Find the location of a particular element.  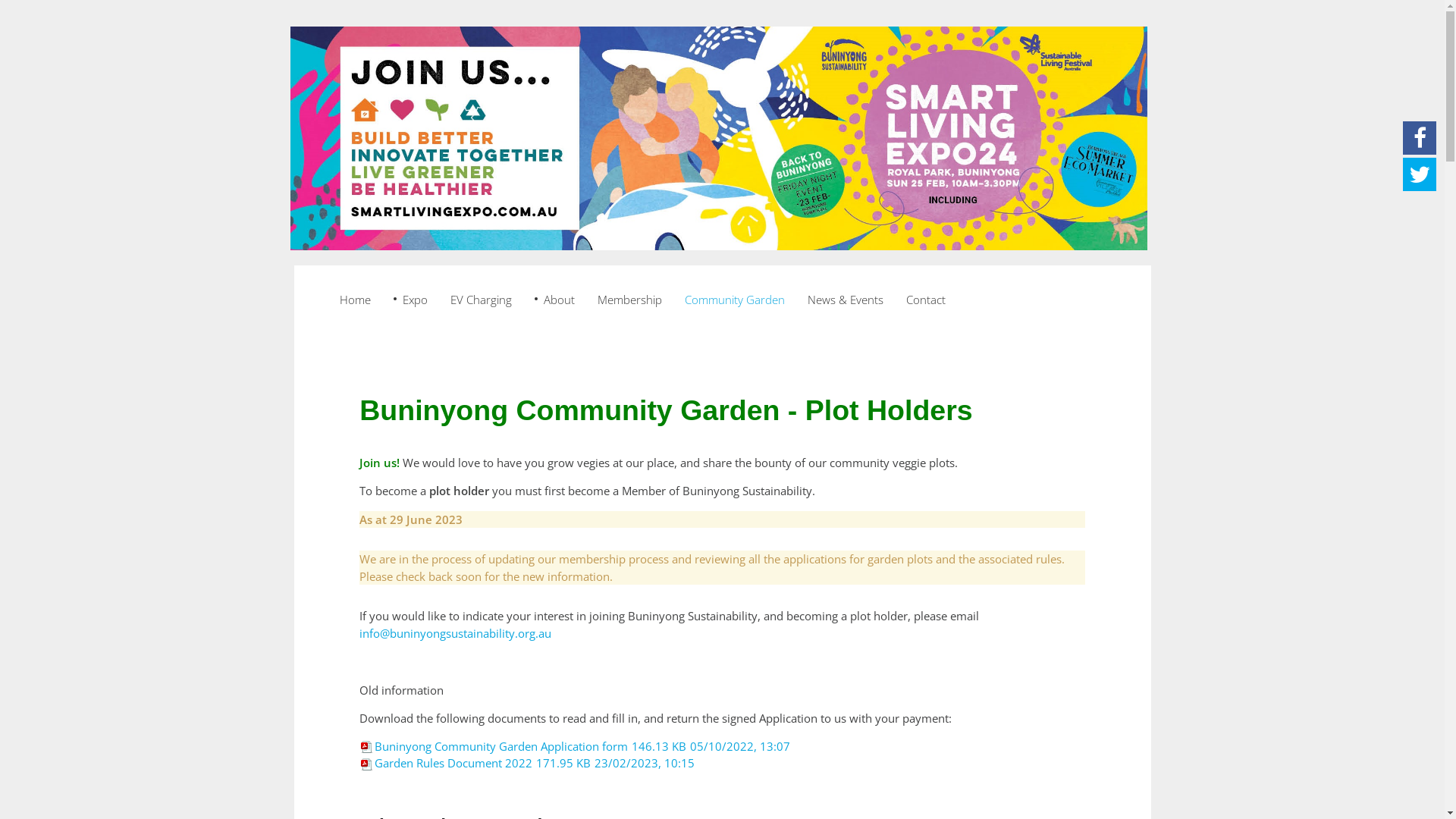

'Community Garden' is located at coordinates (735, 299).